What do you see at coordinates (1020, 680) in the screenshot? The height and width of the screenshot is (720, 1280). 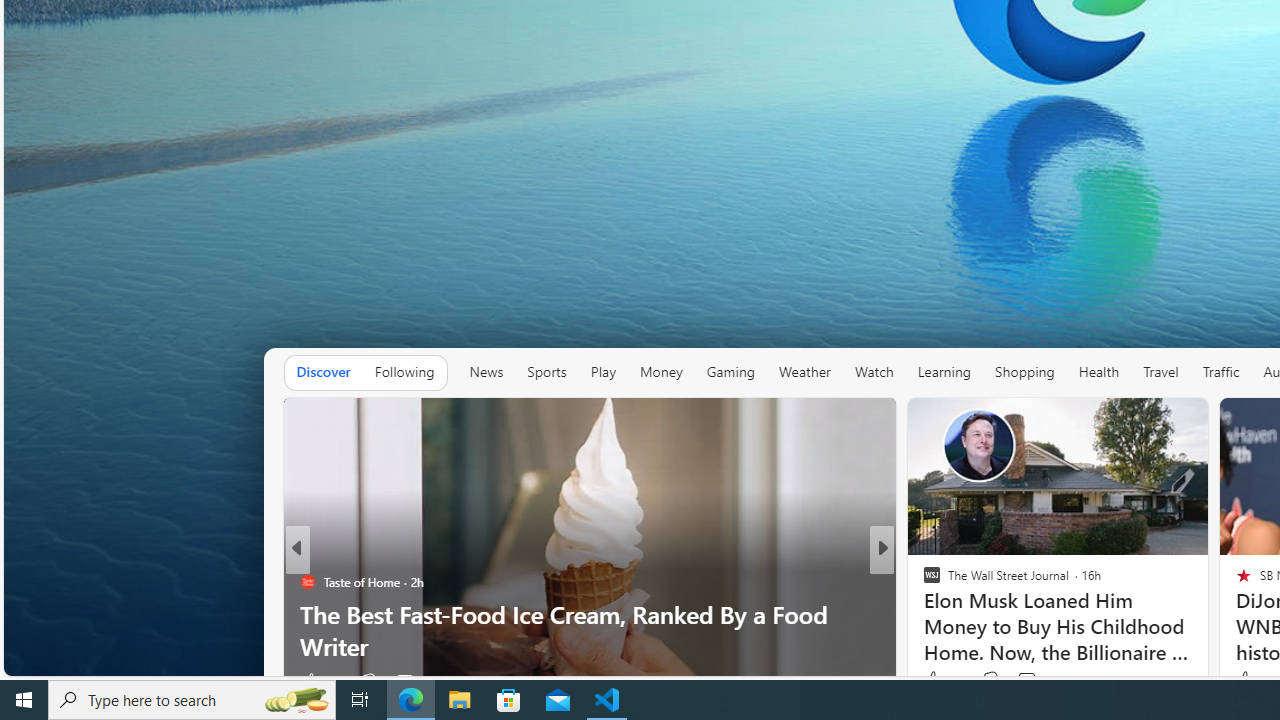 I see `'View comments 247 Comment'` at bounding box center [1020, 680].